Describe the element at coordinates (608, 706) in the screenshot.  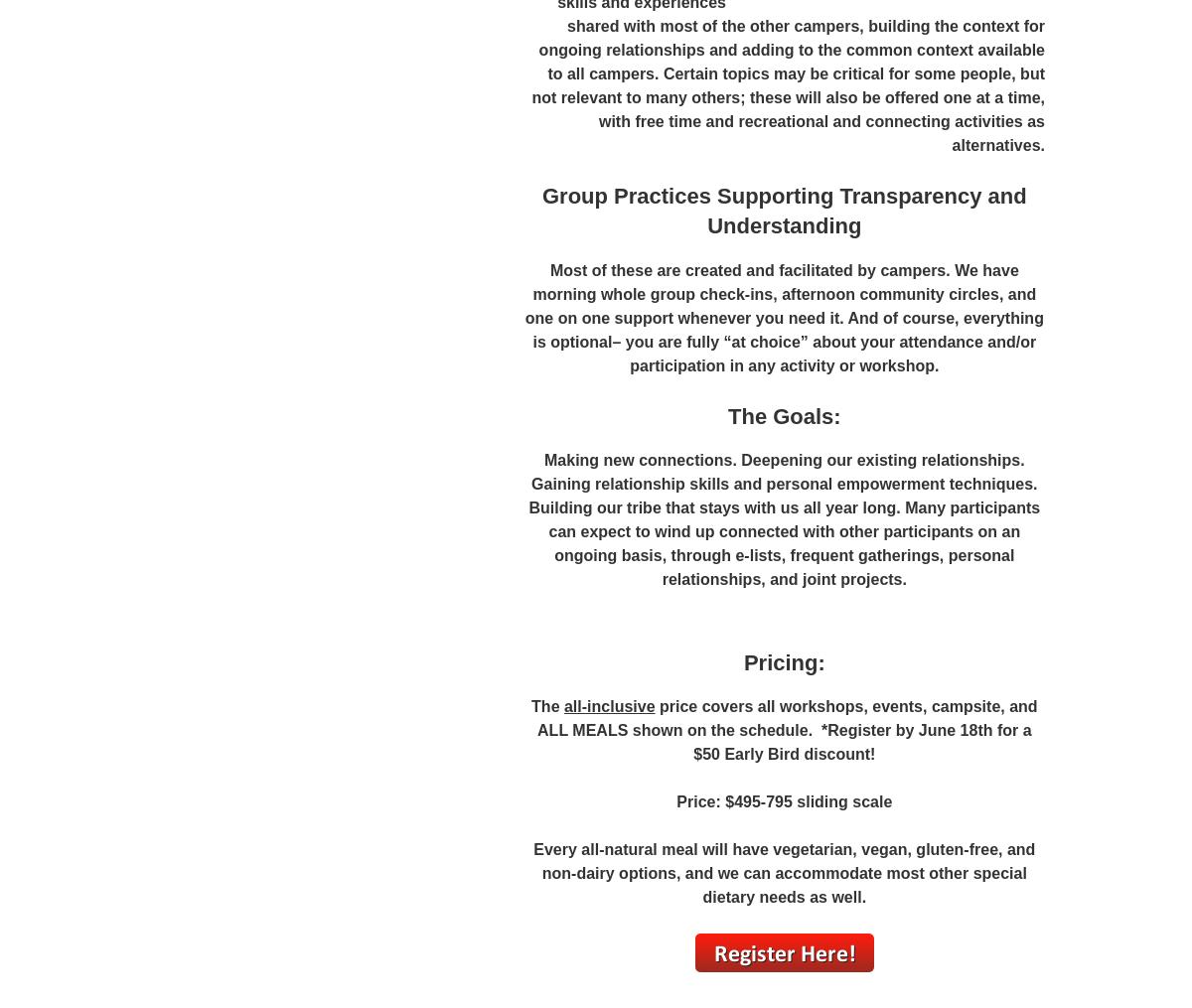
I see `'all-inclusive'` at that location.